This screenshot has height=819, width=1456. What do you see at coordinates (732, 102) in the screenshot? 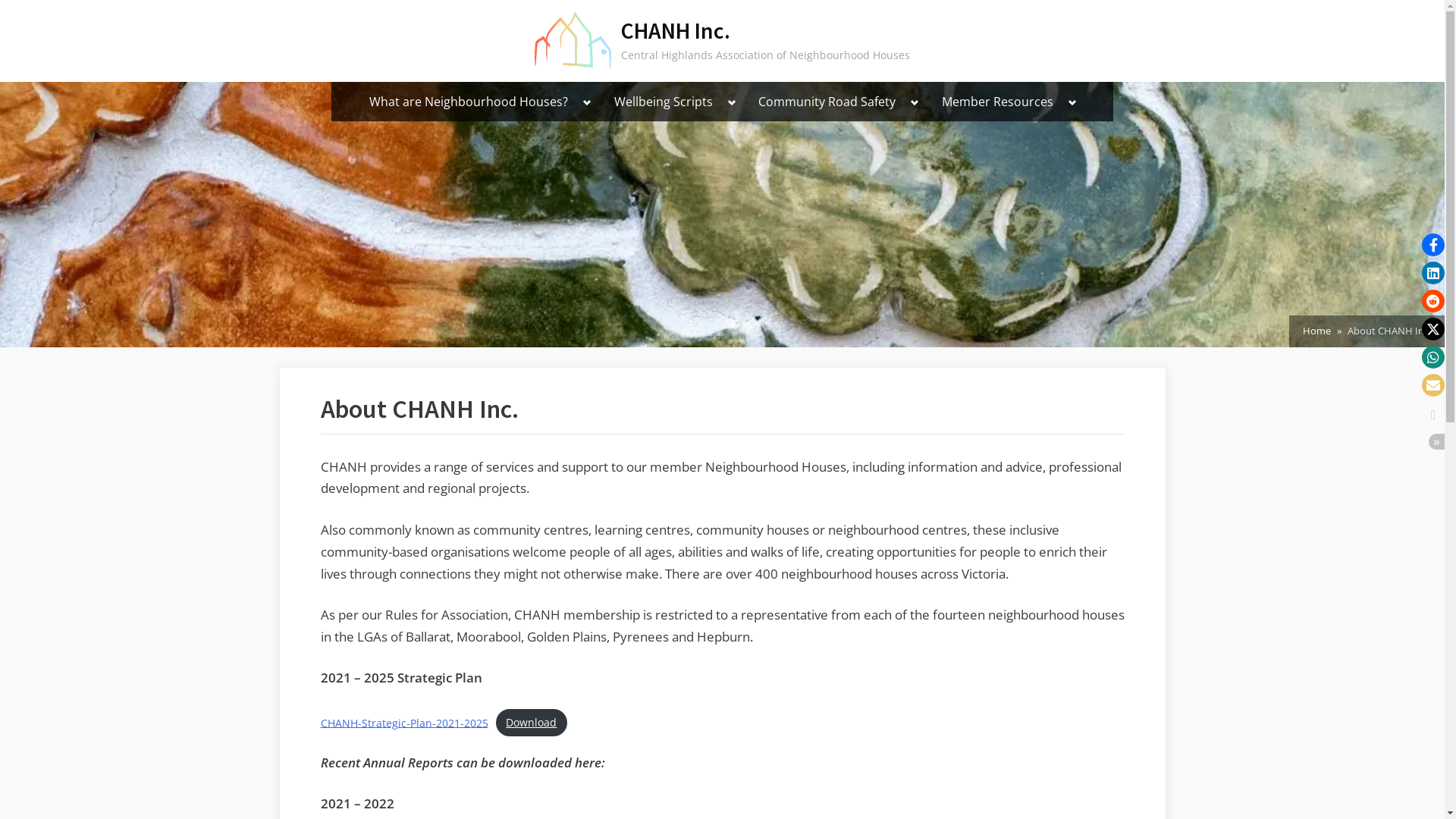
I see `'Toggle sub-menu'` at bounding box center [732, 102].